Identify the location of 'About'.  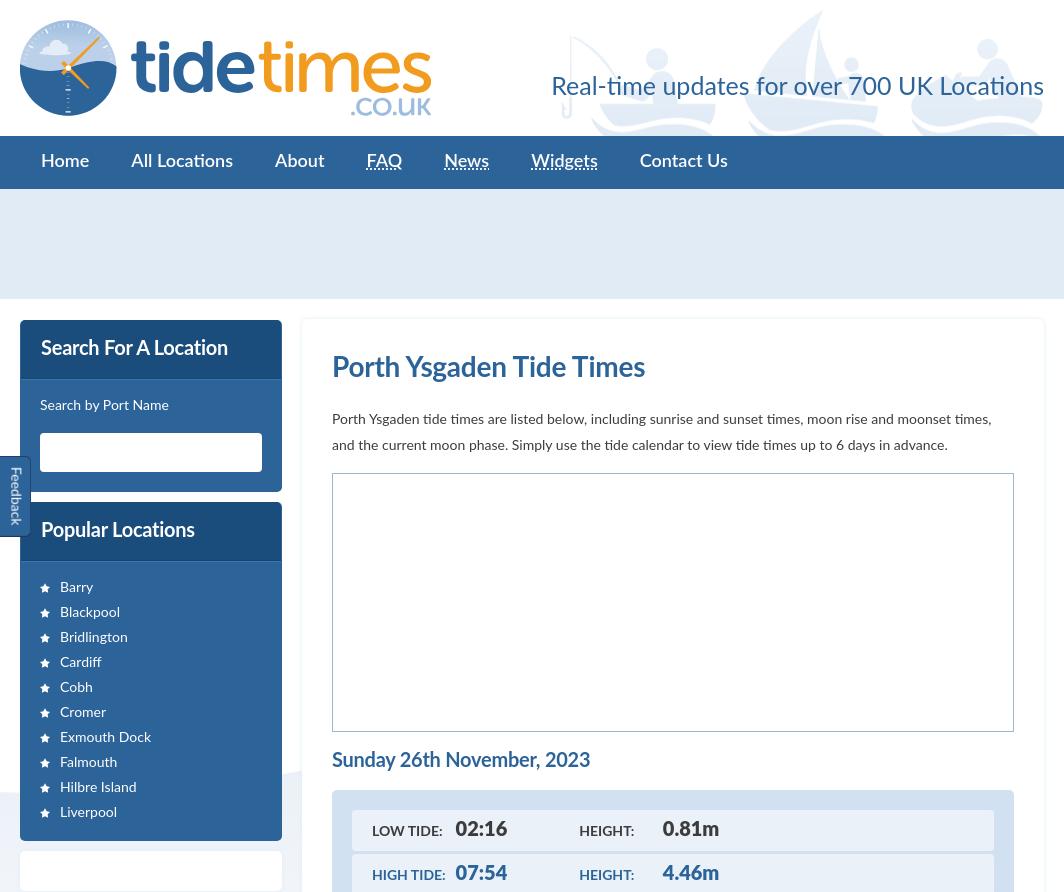
(299, 160).